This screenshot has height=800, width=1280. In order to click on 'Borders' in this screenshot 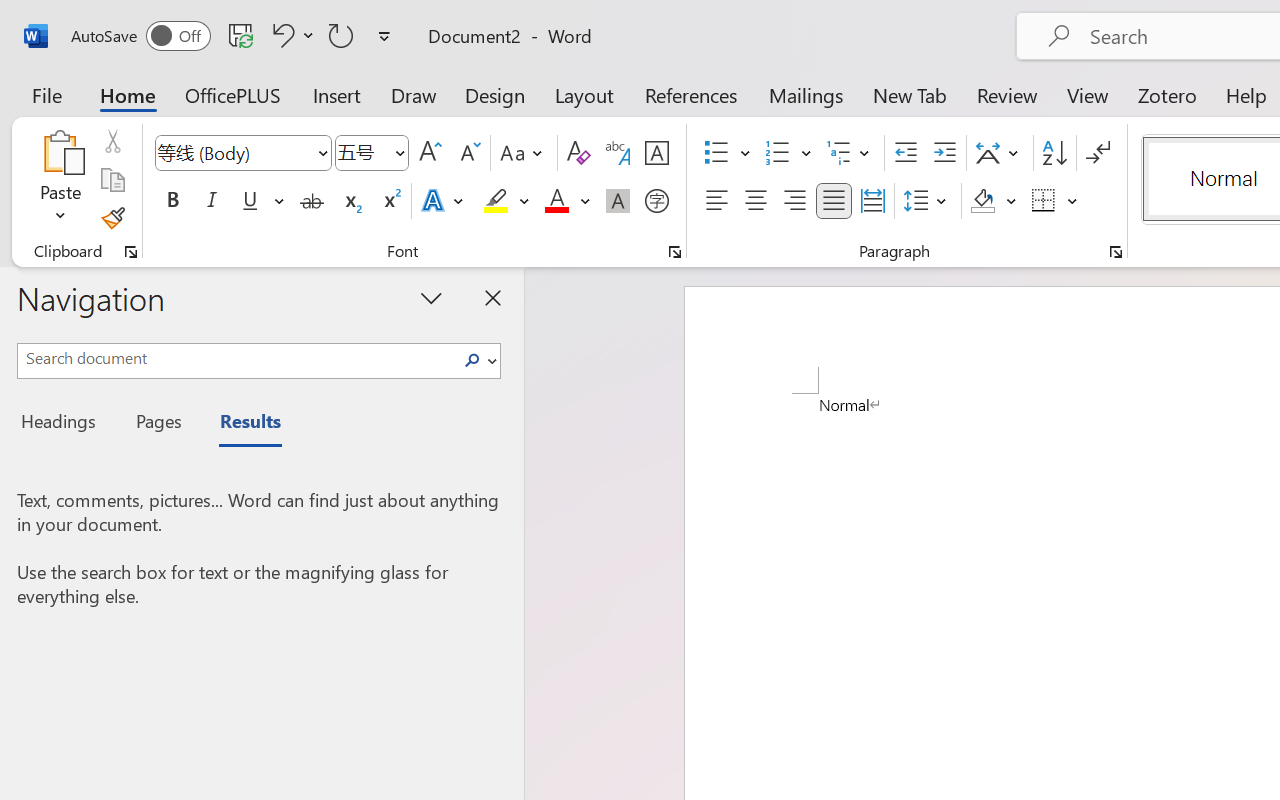, I will do `click(1054, 201)`.